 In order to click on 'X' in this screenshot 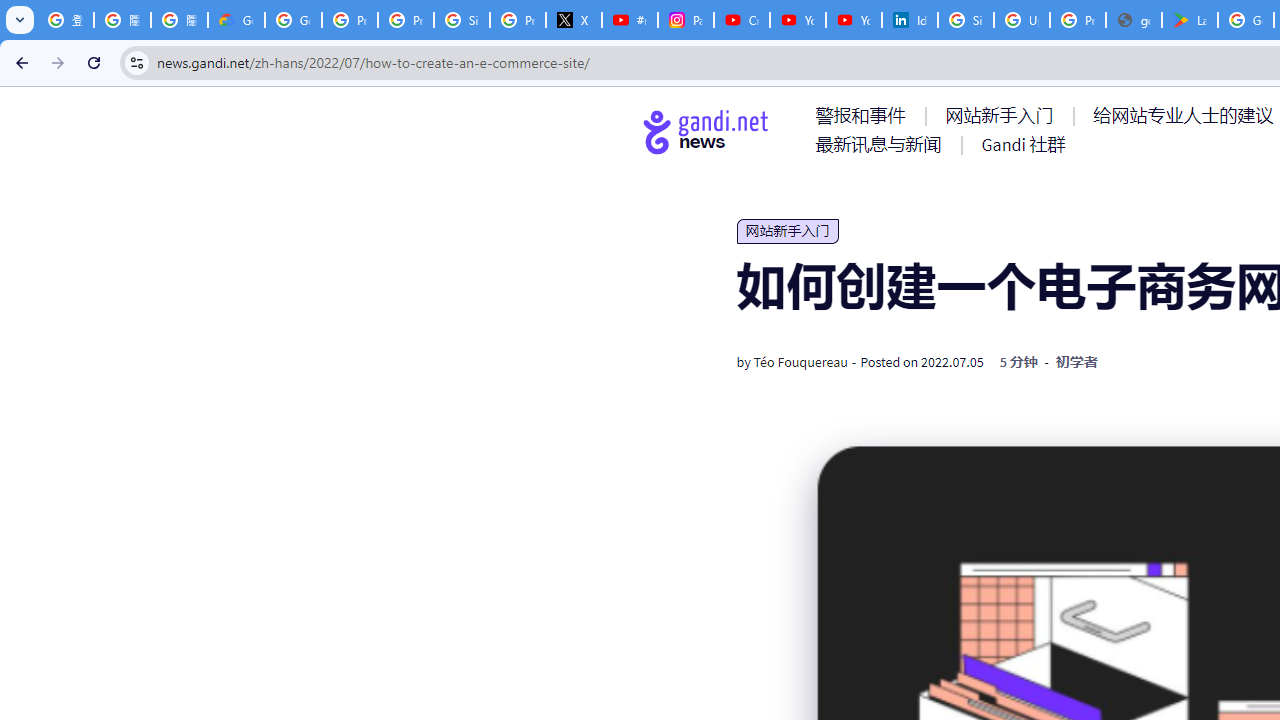, I will do `click(573, 20)`.